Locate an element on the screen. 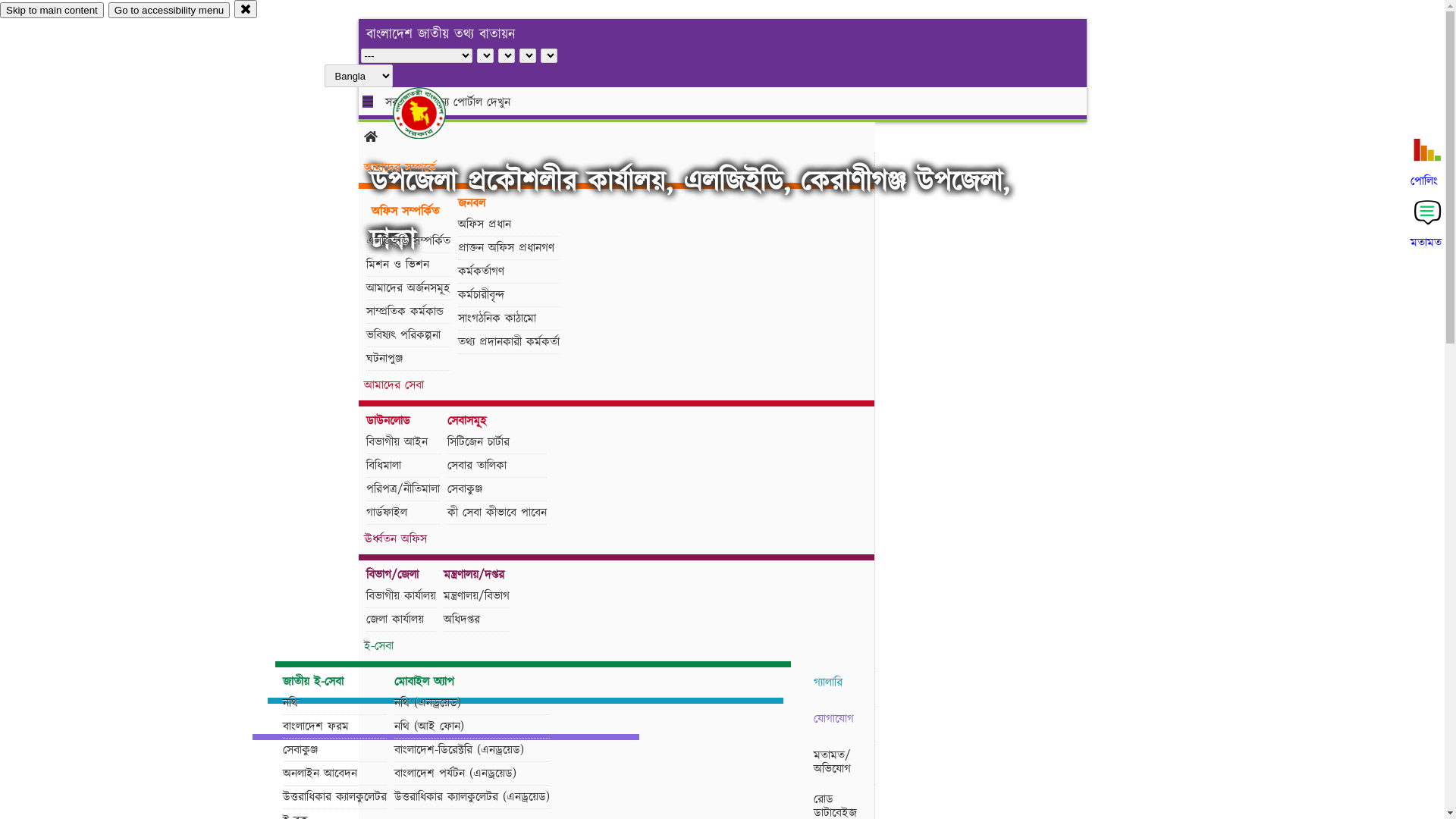  'Go to accessibility menu' is located at coordinates (168, 10).